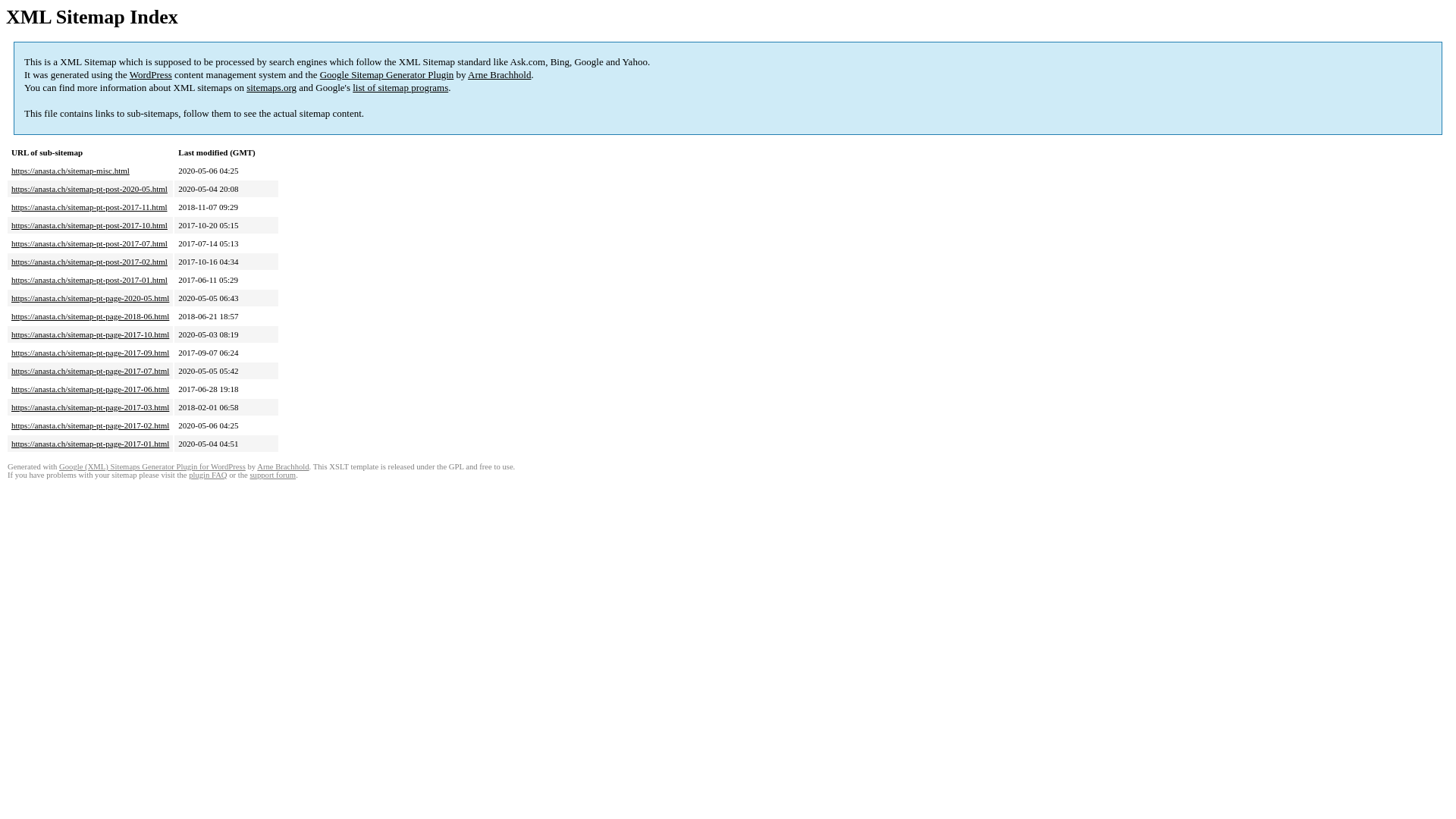  I want to click on 'https://anasta.ch/sitemap-pt-page-2017-02.html', so click(89, 425).